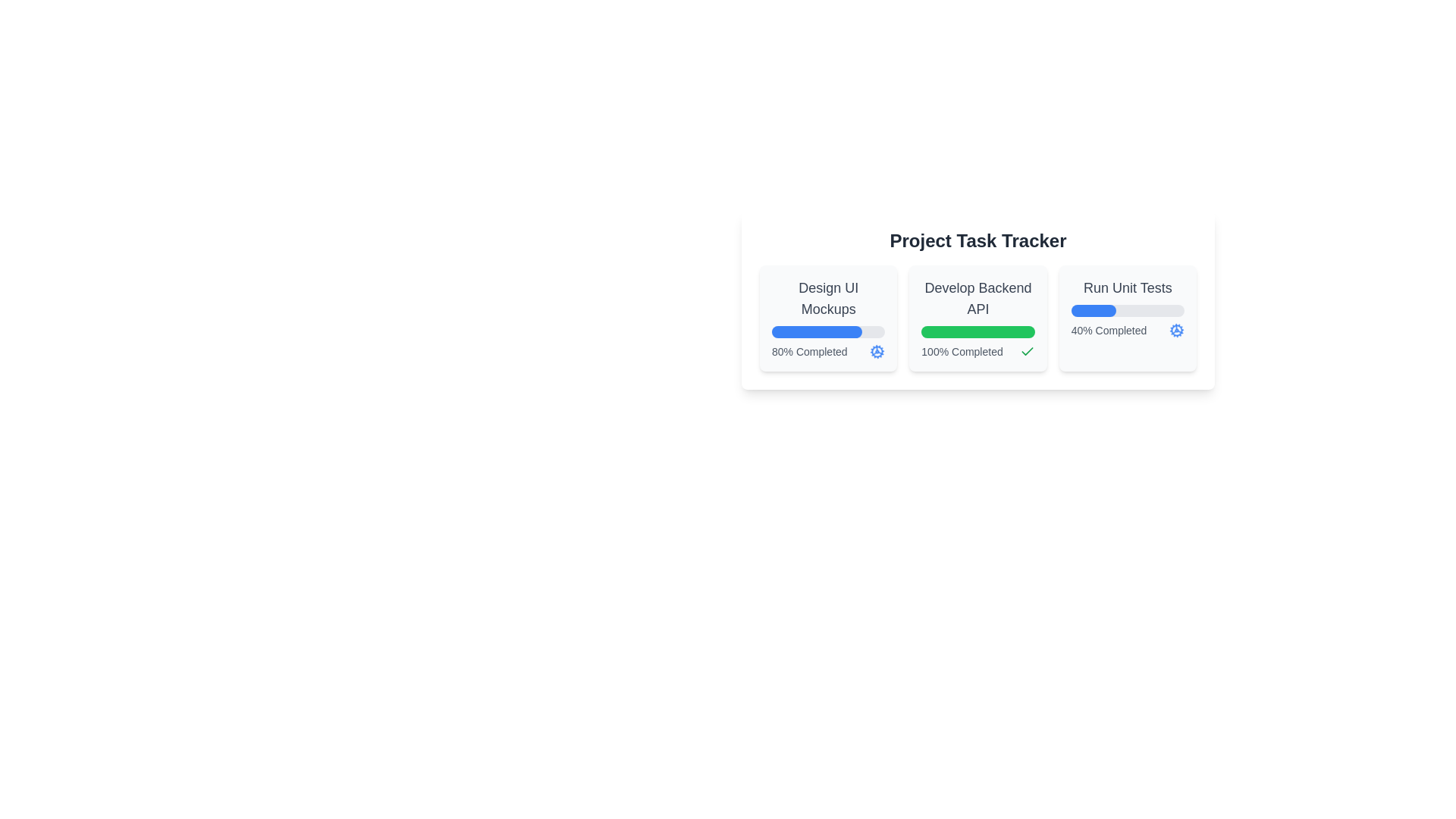 The height and width of the screenshot is (819, 1456). Describe the element at coordinates (827, 298) in the screenshot. I see `the text label displaying 'Design UI Mockups', which is centrally located within the first card of a group of task cards` at that location.